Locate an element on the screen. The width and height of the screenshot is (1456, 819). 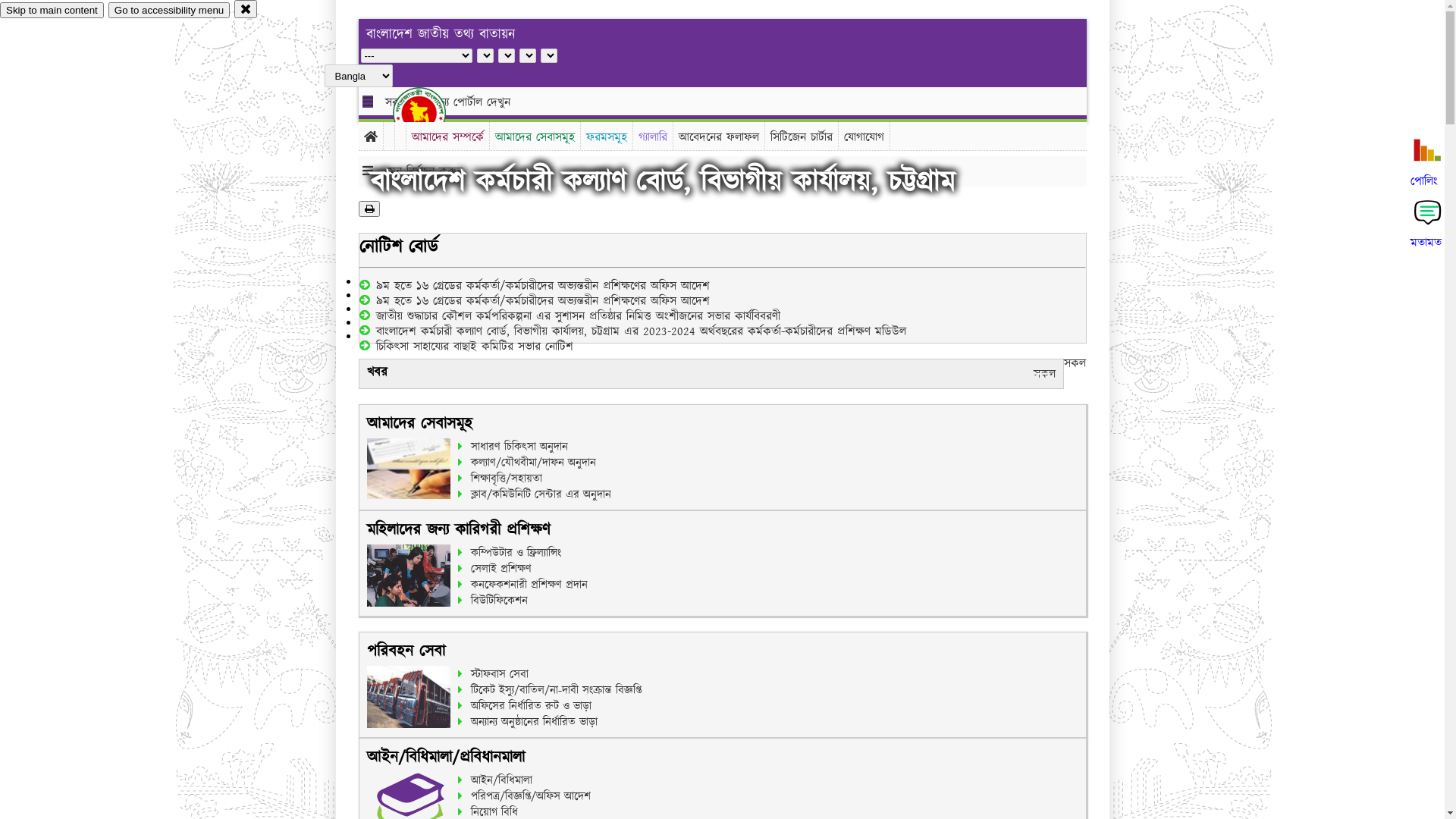
'Skip to main content' is located at coordinates (0, 10).